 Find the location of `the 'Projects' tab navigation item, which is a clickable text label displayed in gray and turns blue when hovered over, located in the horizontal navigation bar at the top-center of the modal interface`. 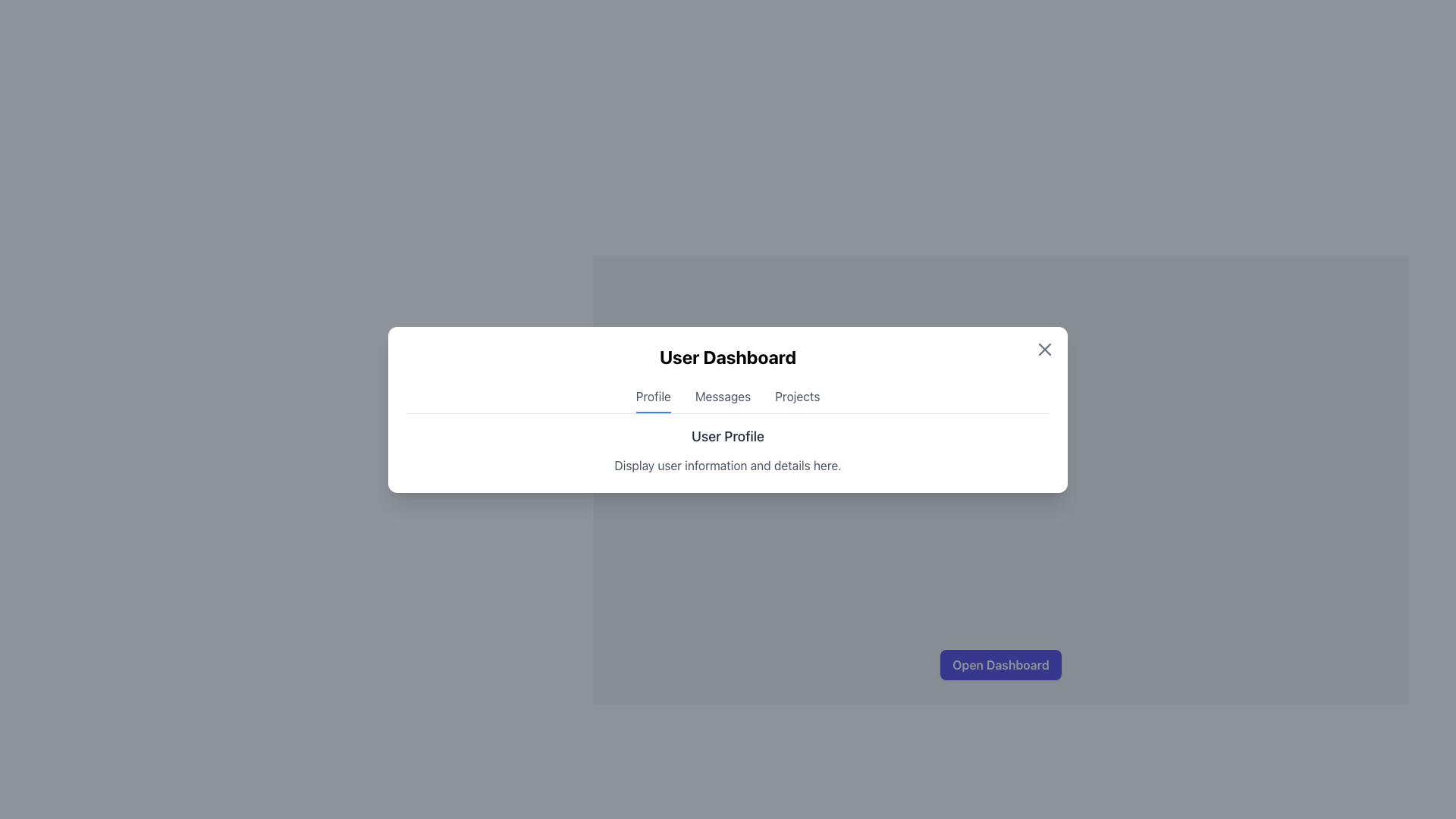

the 'Projects' tab navigation item, which is a clickable text label displayed in gray and turns blue when hovered over, located in the horizontal navigation bar at the top-center of the modal interface is located at coordinates (796, 399).